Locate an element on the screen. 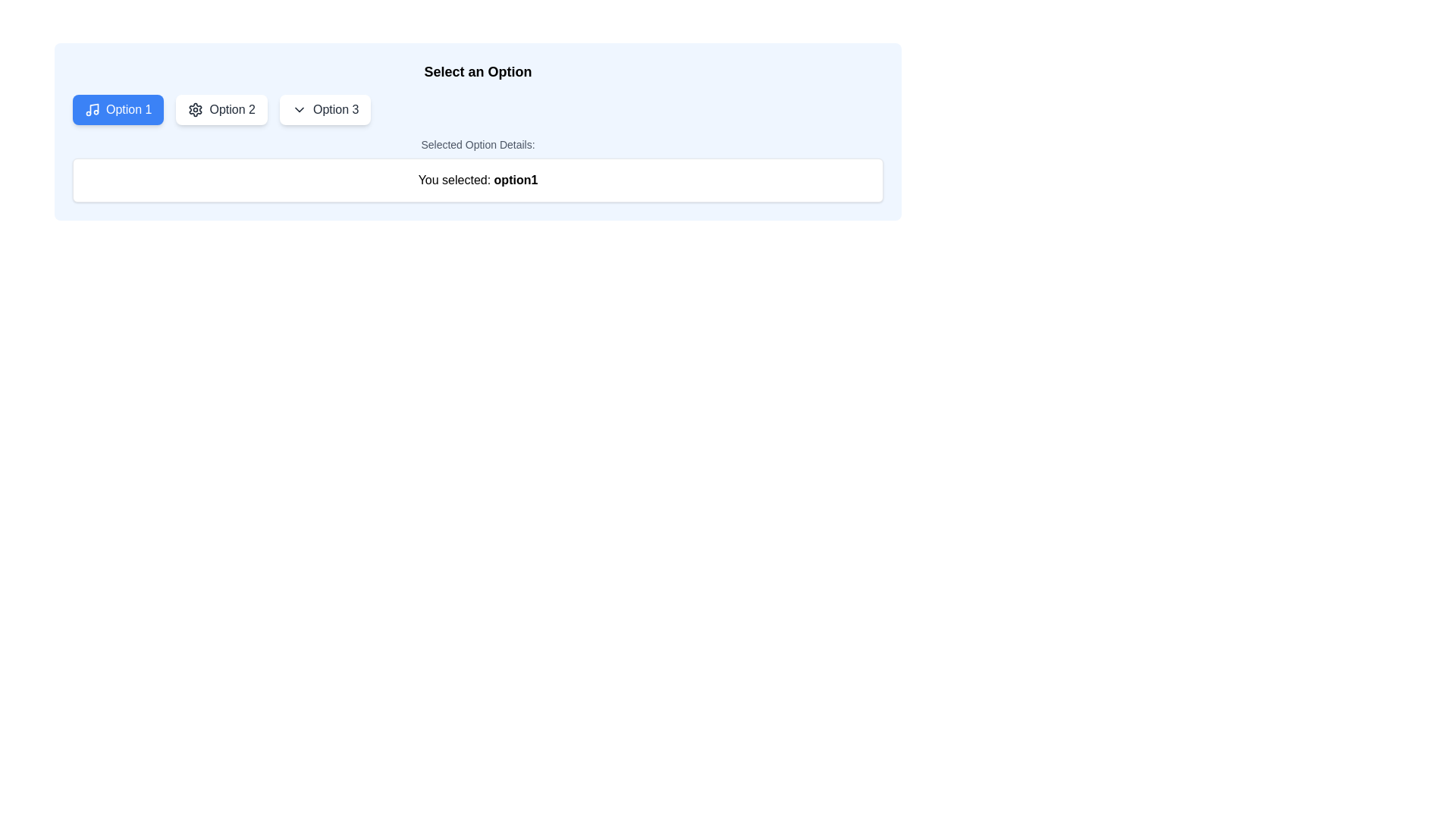 The width and height of the screenshot is (1456, 819). SVG gear icon within the 'Option 2' button for debugging purposes is located at coordinates (195, 109).